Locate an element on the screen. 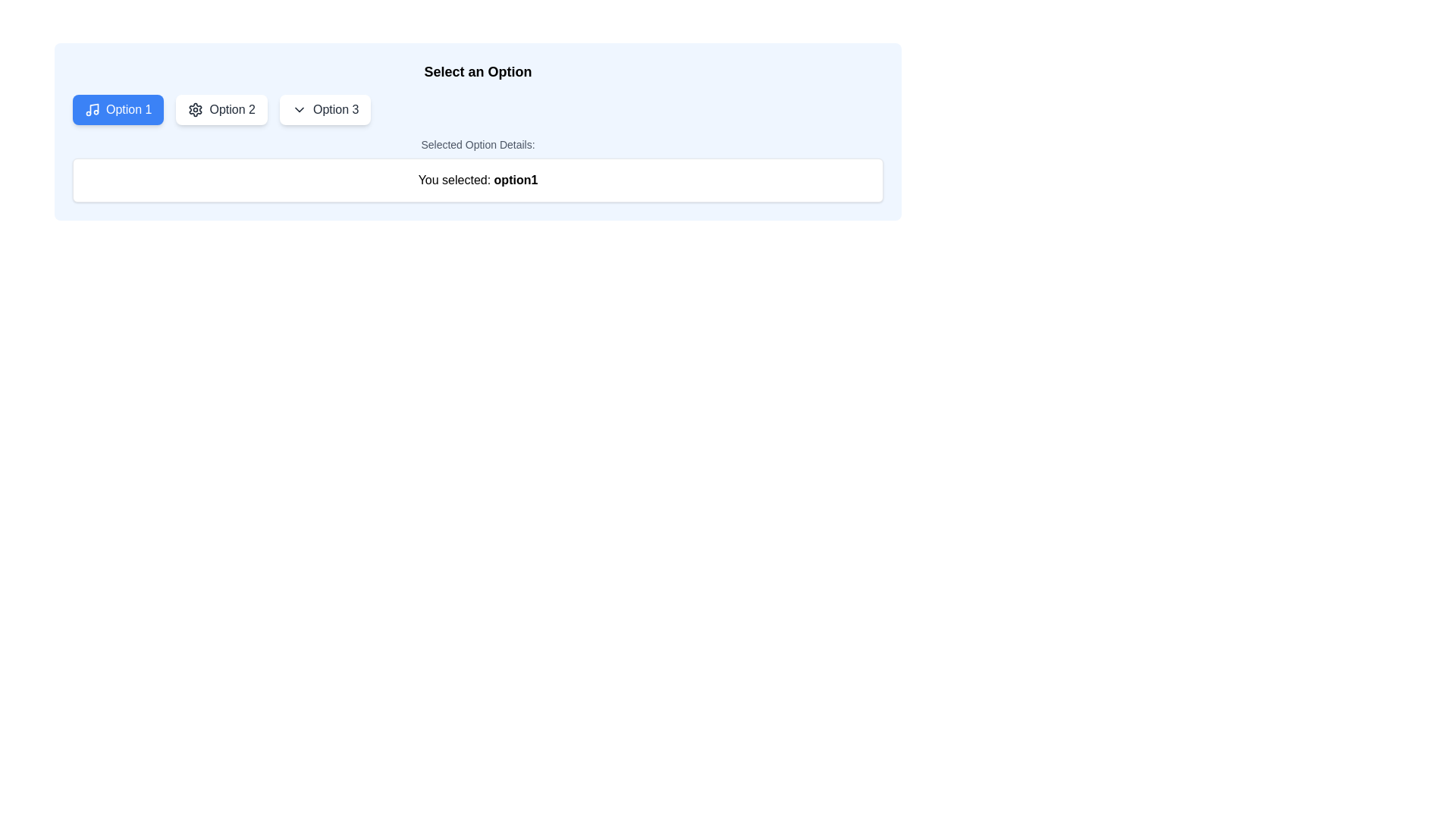 The width and height of the screenshot is (1456, 819). SVG gear icon within the 'Option 2' button for debugging purposes is located at coordinates (195, 109).